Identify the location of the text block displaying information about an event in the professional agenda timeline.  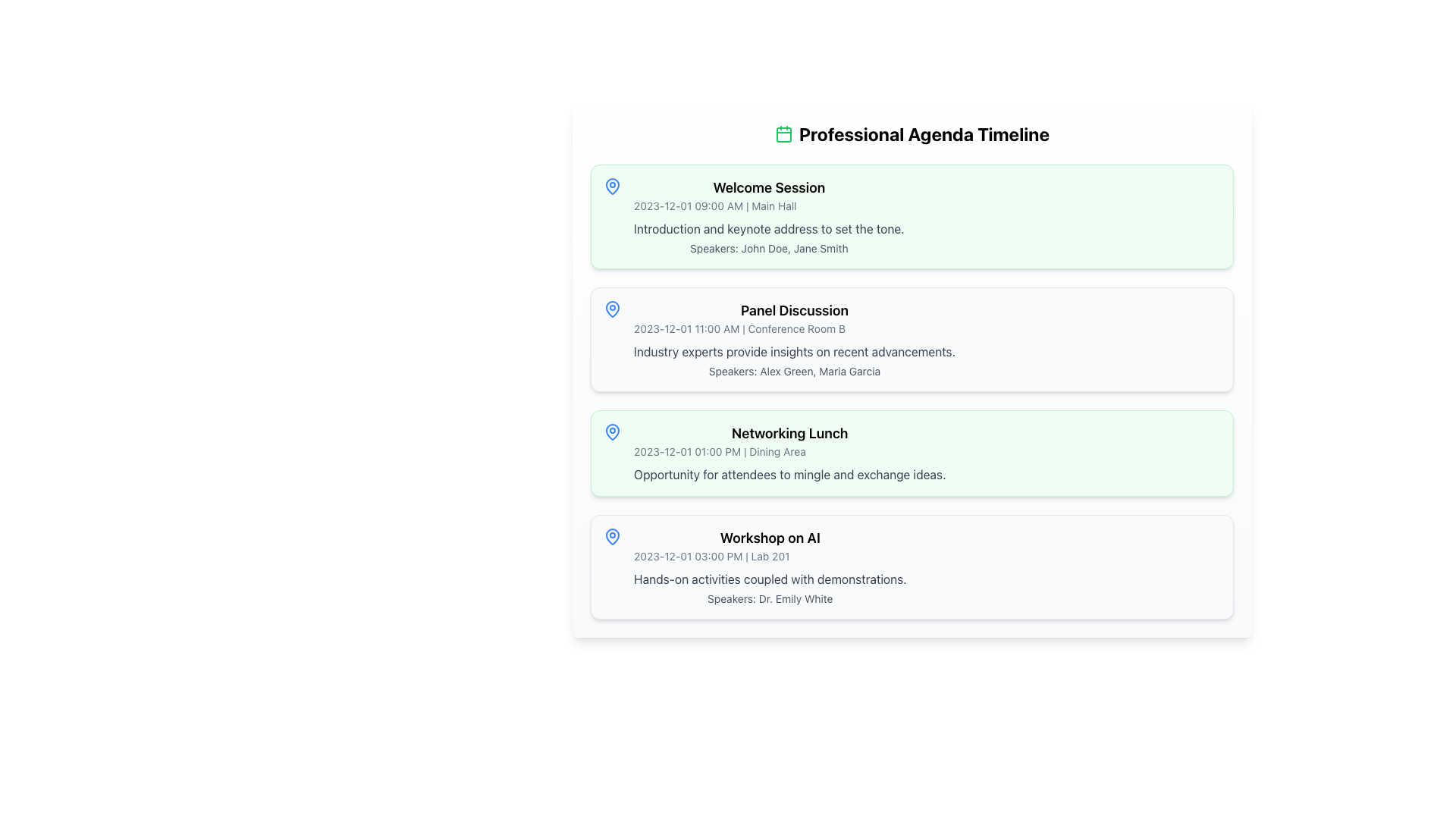
(770, 567).